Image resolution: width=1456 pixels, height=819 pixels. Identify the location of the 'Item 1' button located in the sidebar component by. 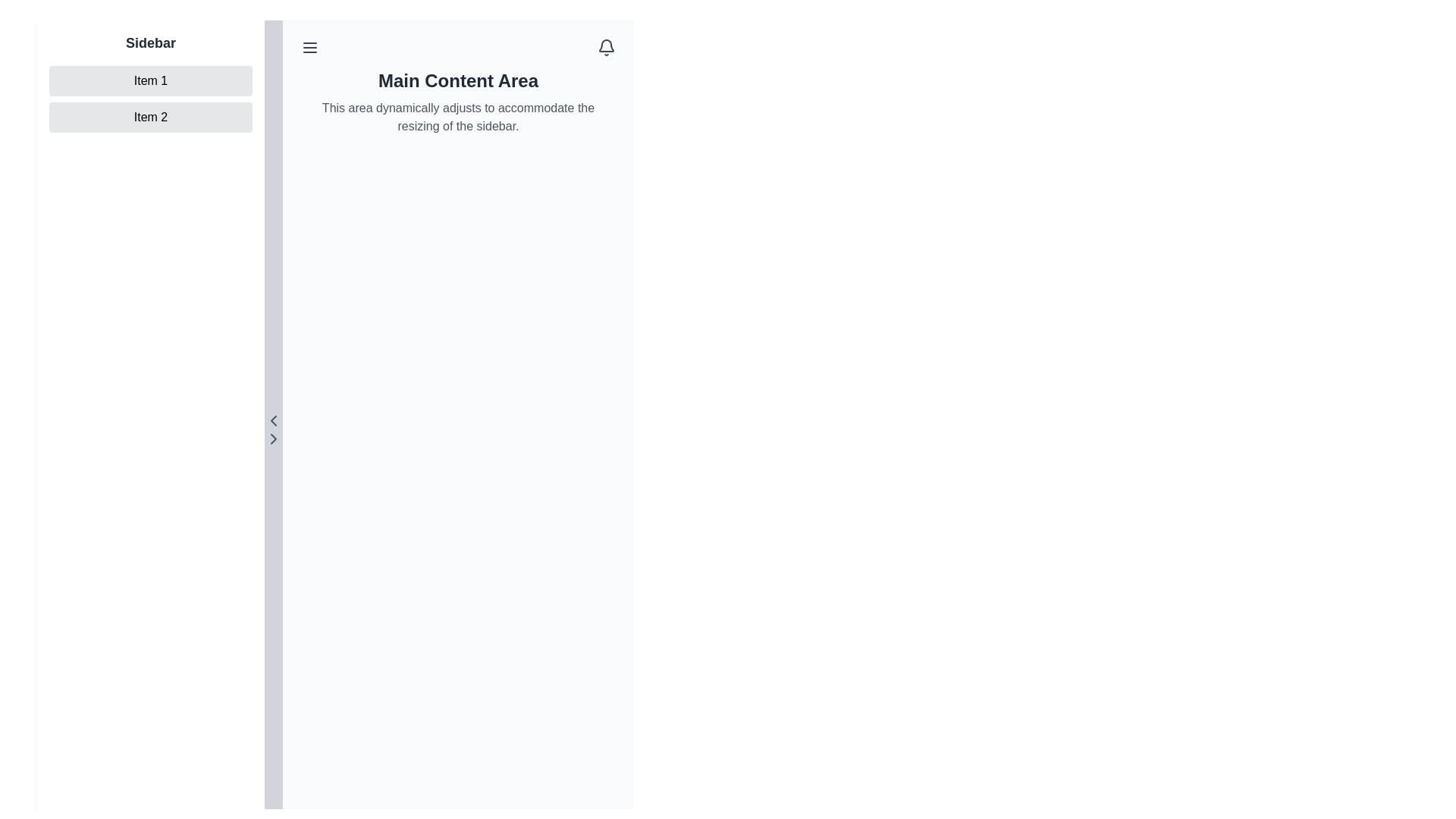
(150, 81).